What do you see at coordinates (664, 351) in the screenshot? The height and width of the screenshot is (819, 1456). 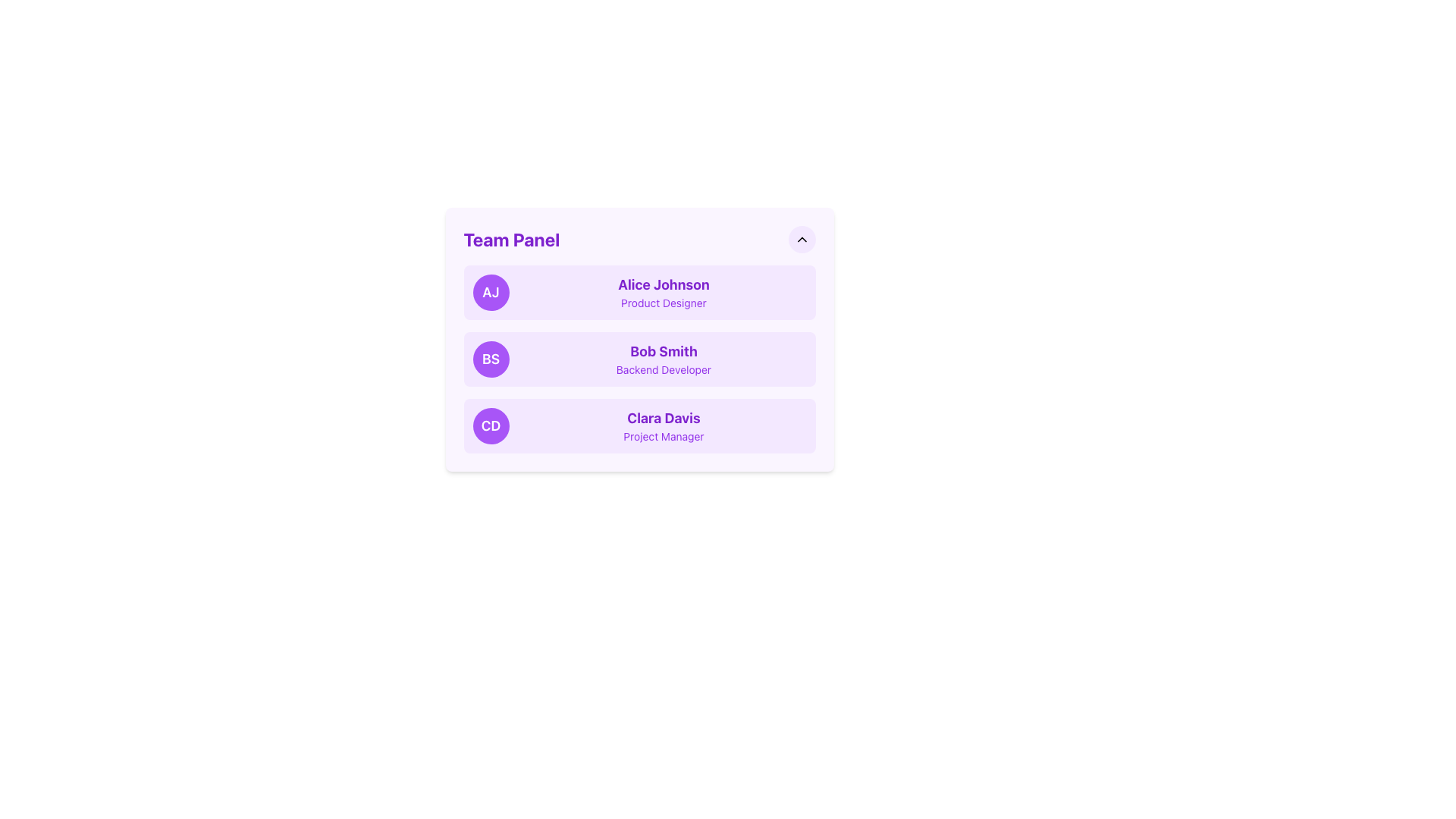 I see `the bold purple text 'Bob Smith' which is centrally located in the middle panel of the team members list, next to the purple circular indicator labeled 'BS'` at bounding box center [664, 351].